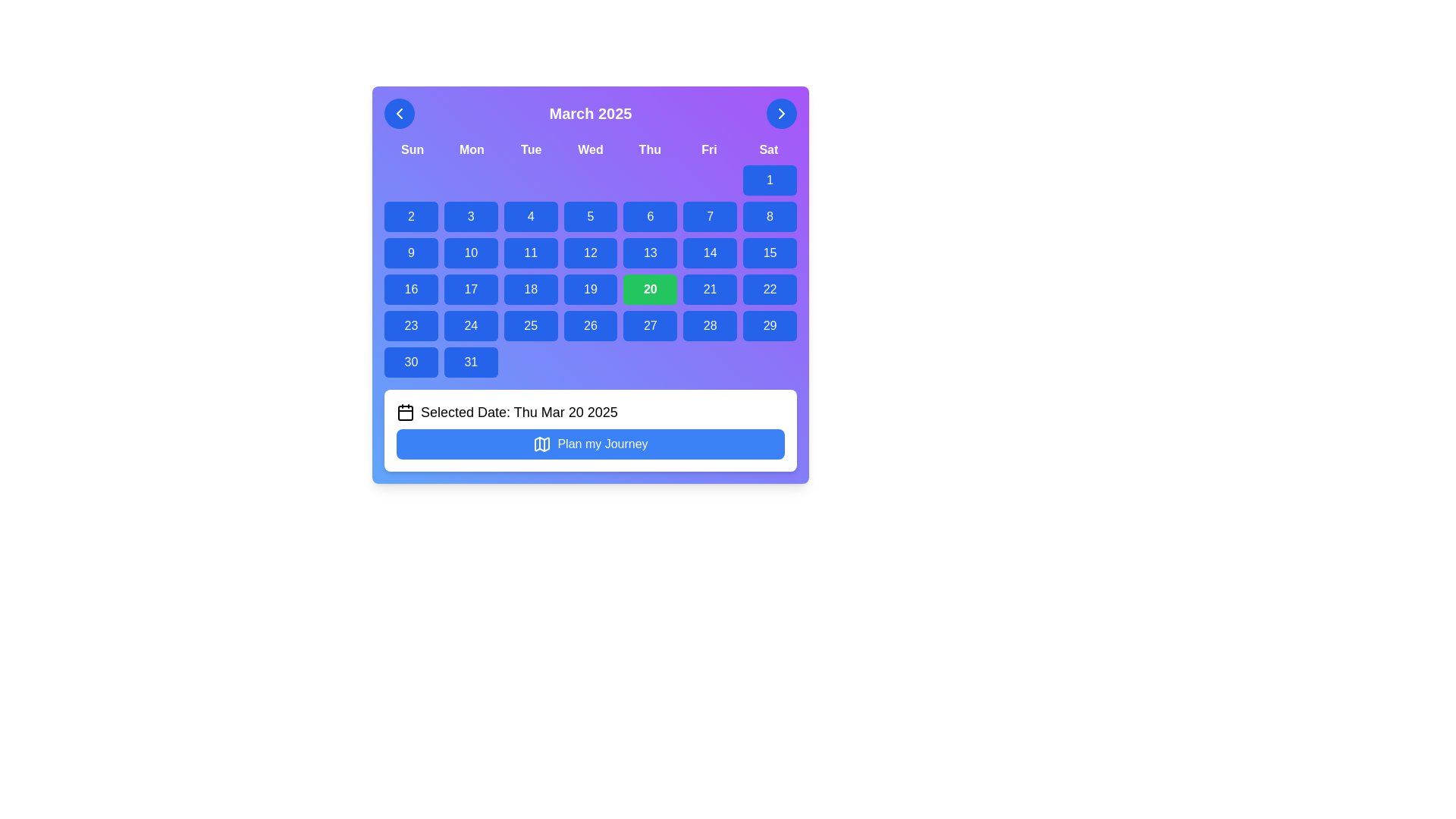 The width and height of the screenshot is (1456, 819). I want to click on the button labeled '12' with a blue background and white text, located in the calendar grid under the 'Wed' column, so click(589, 253).